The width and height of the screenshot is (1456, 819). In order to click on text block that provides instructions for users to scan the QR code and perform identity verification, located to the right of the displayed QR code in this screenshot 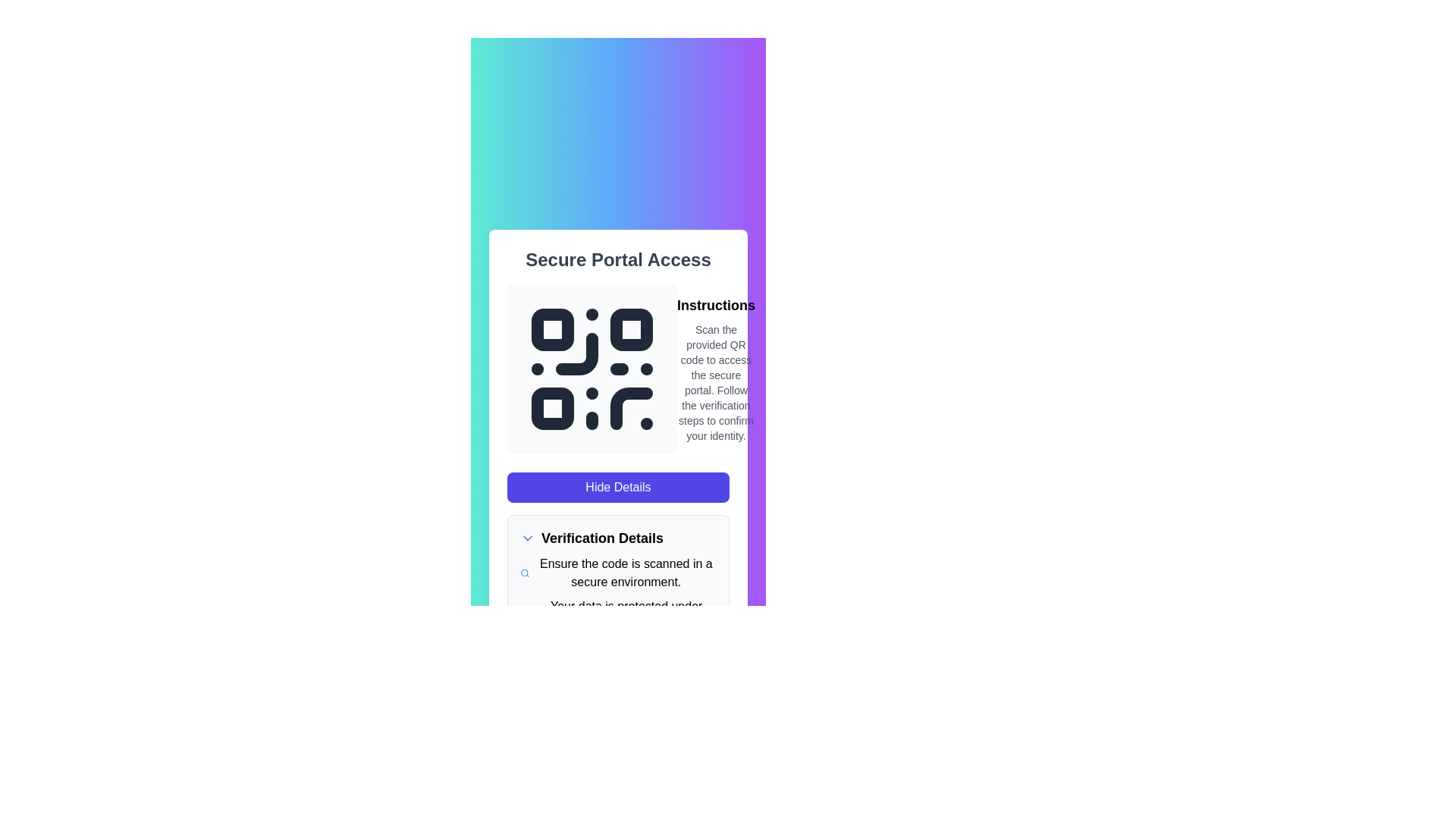, I will do `click(715, 369)`.